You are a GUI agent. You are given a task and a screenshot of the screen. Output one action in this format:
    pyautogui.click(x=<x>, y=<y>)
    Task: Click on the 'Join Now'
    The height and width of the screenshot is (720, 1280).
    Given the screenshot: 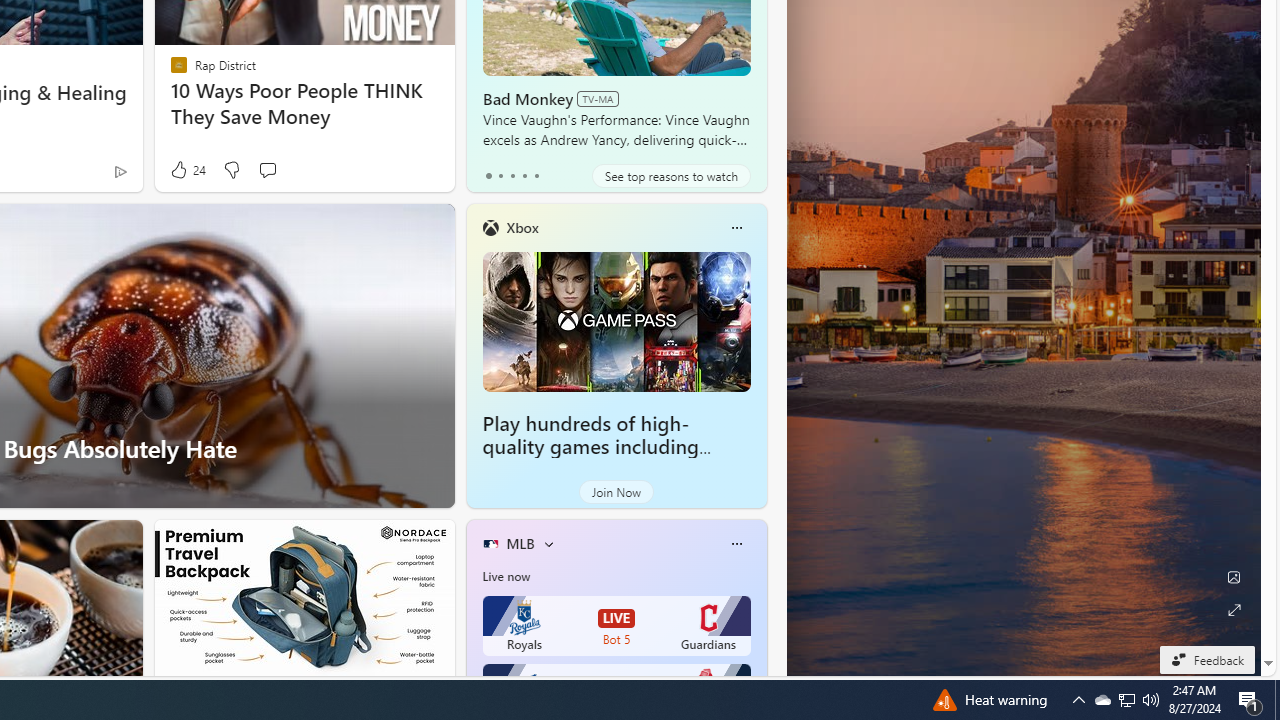 What is the action you would take?
    pyautogui.click(x=615, y=492)
    